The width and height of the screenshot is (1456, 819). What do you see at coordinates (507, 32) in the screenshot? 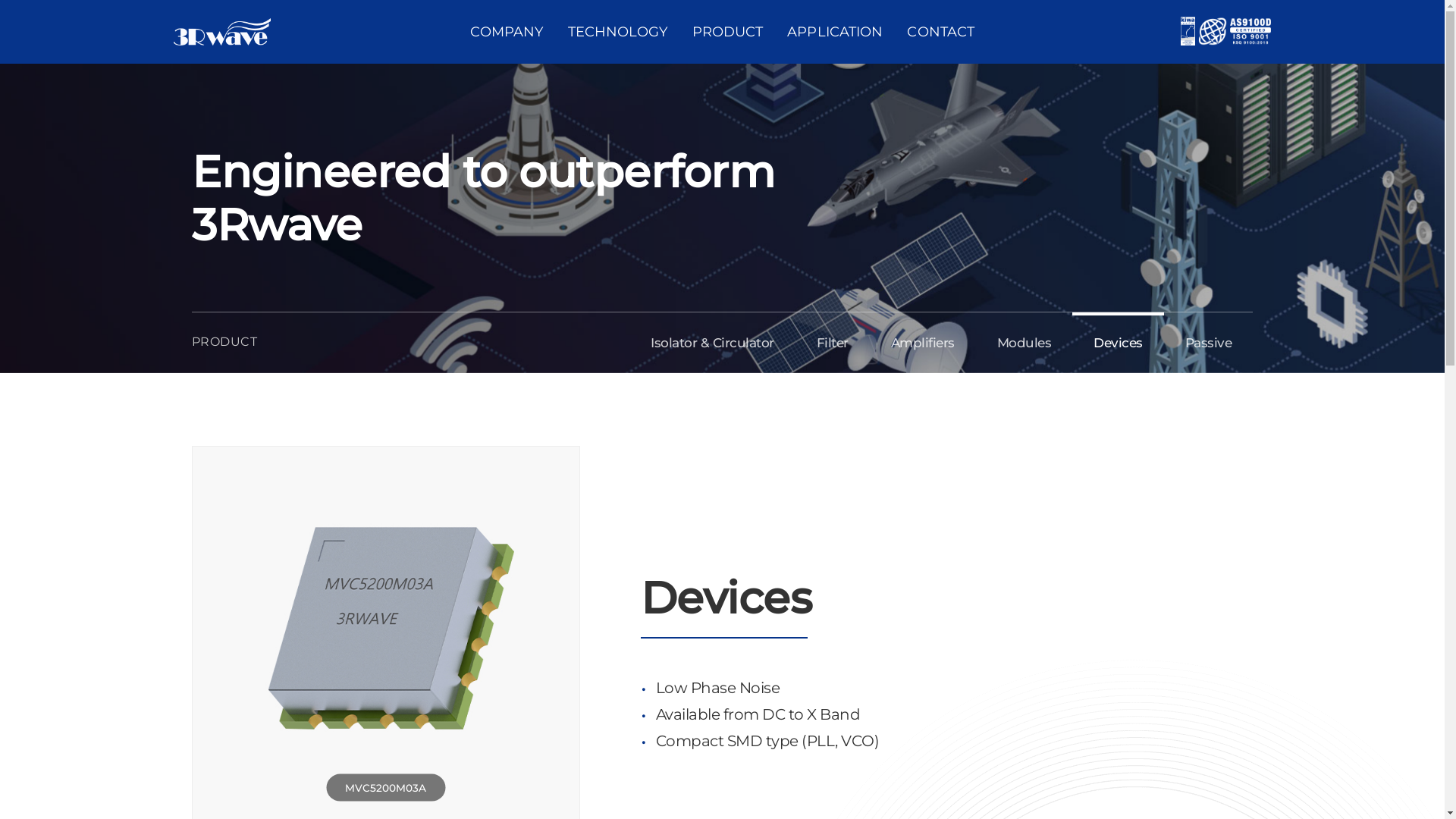
I see `'COMPANY'` at bounding box center [507, 32].